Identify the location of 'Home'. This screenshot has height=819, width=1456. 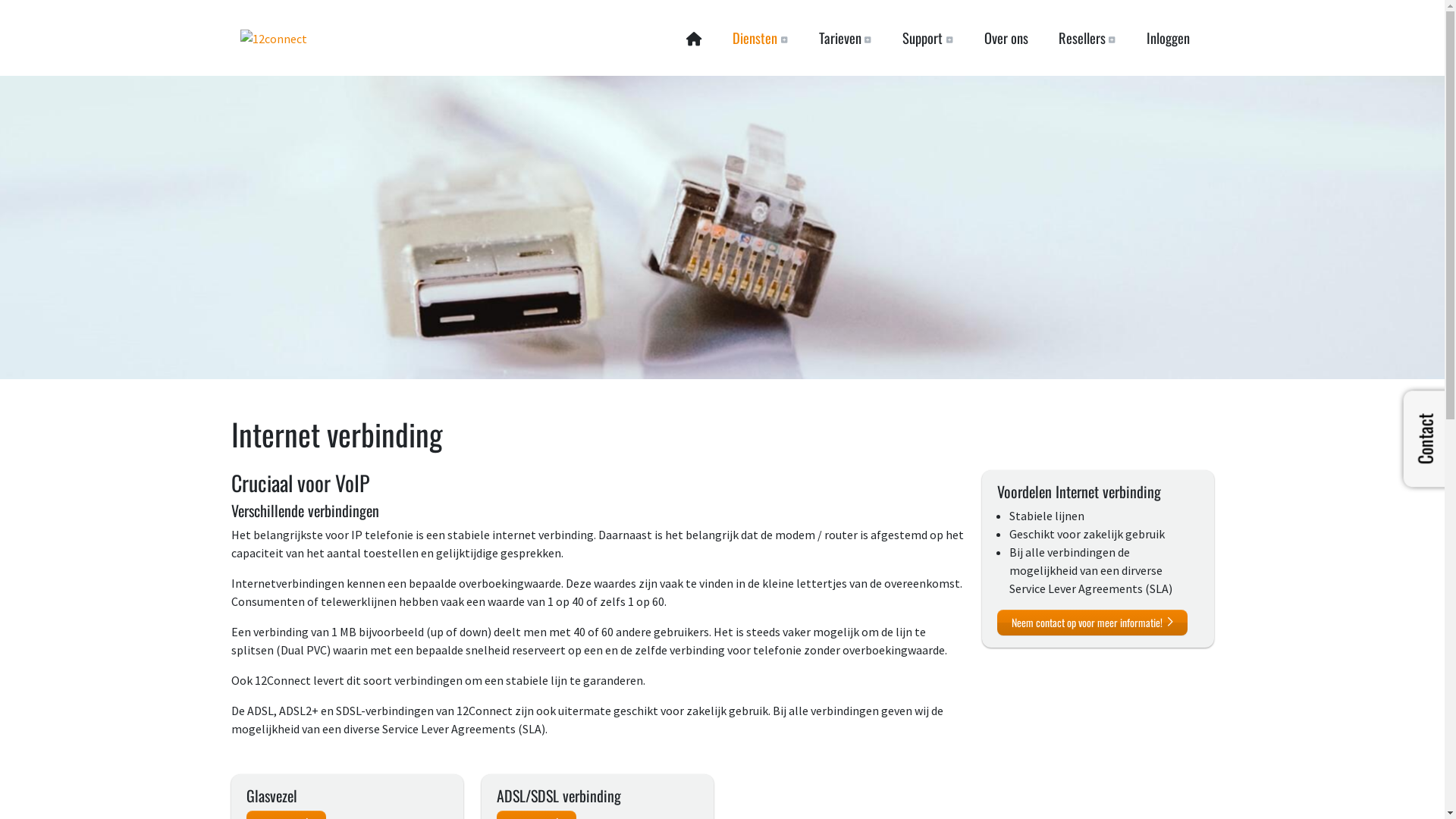
(670, 37).